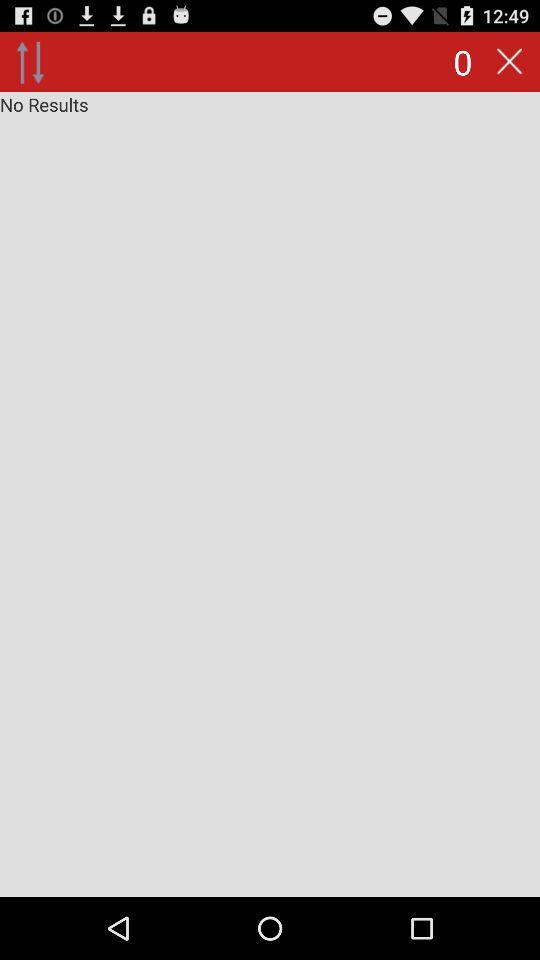 This screenshot has width=540, height=960. Describe the element at coordinates (270, 493) in the screenshot. I see `item at the center` at that location.